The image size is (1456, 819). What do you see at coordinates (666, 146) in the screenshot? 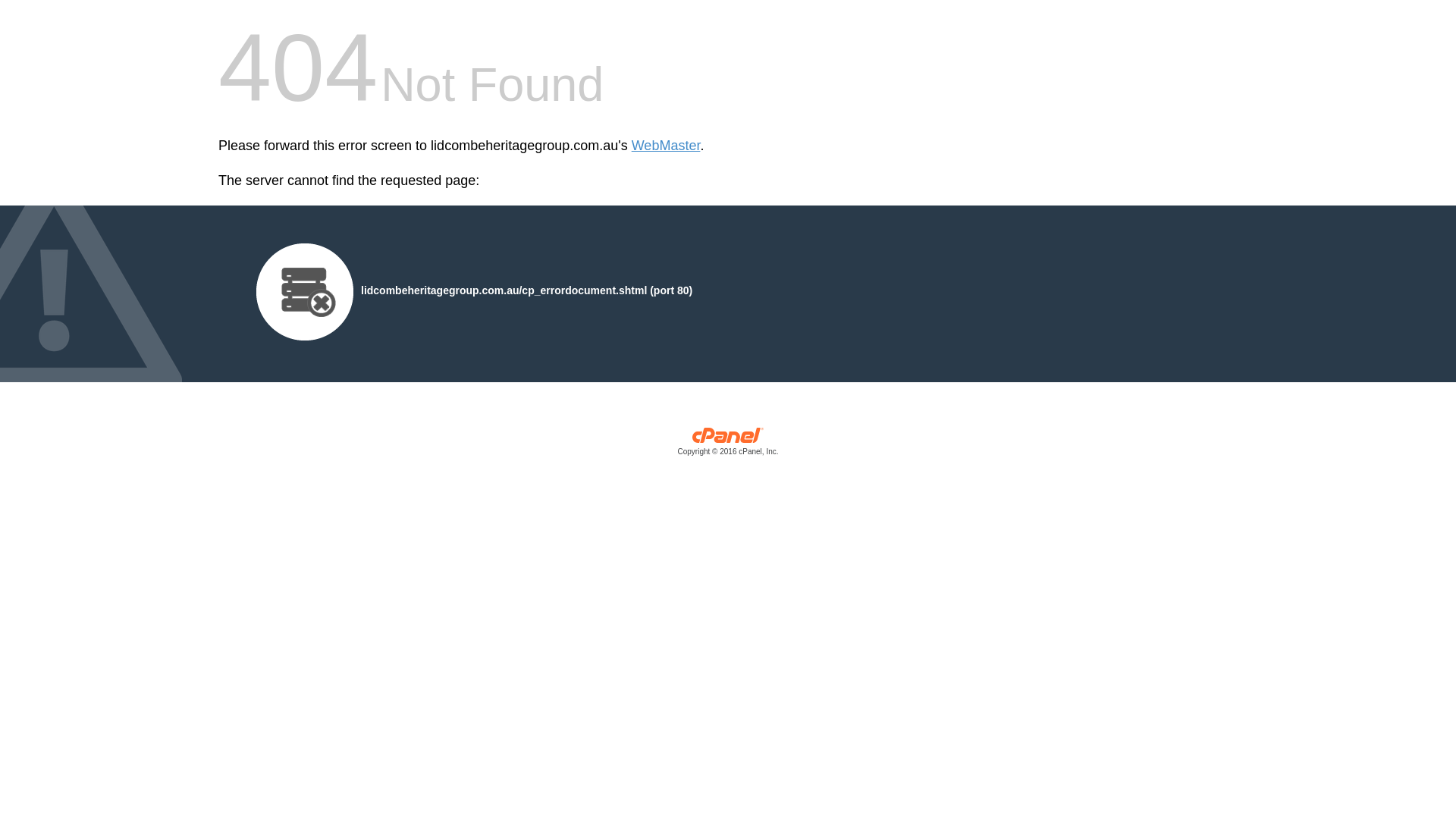
I see `'WebMaster'` at bounding box center [666, 146].